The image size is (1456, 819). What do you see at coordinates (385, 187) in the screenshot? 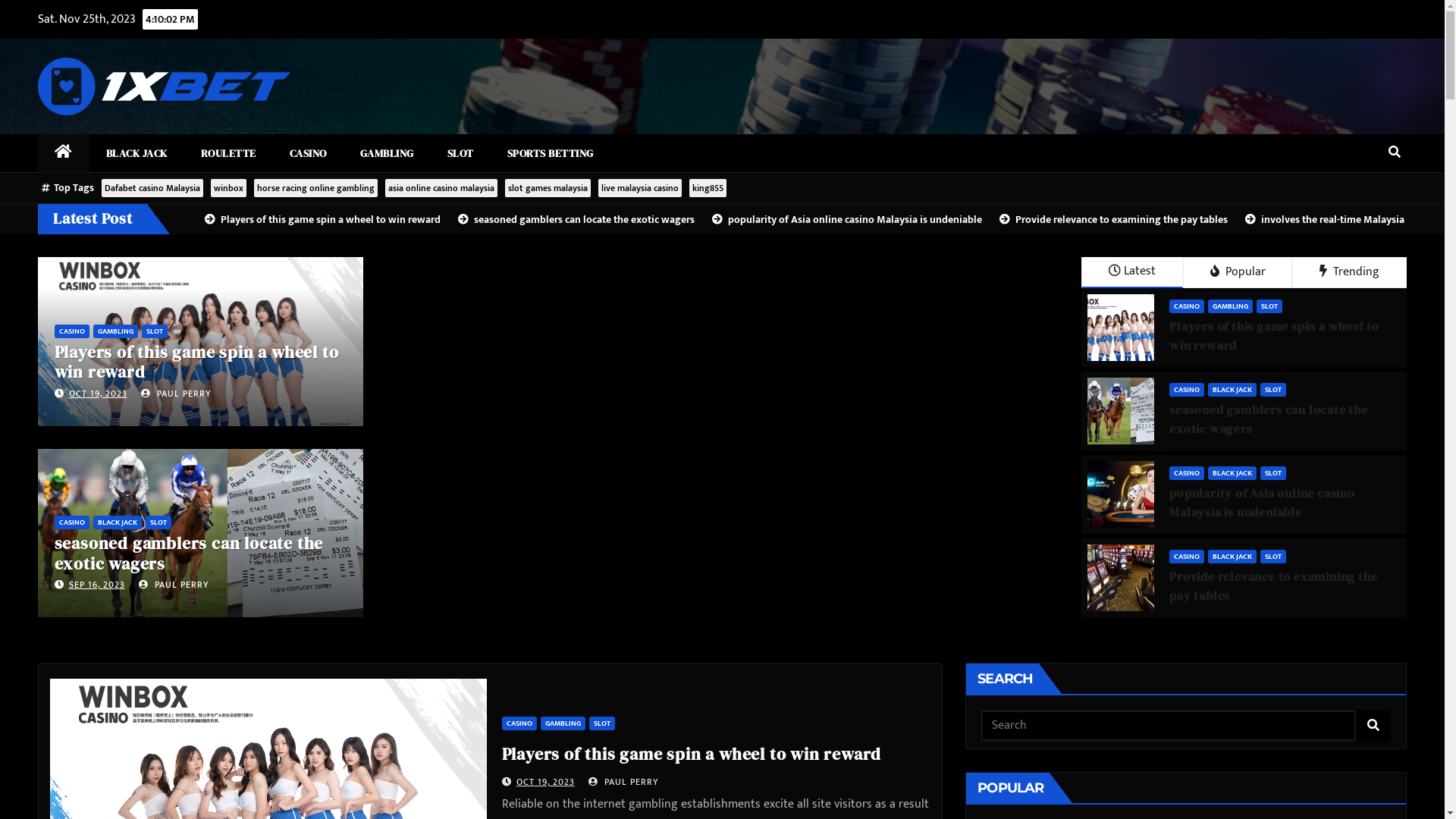
I see `'asia online casino malaysia'` at bounding box center [385, 187].